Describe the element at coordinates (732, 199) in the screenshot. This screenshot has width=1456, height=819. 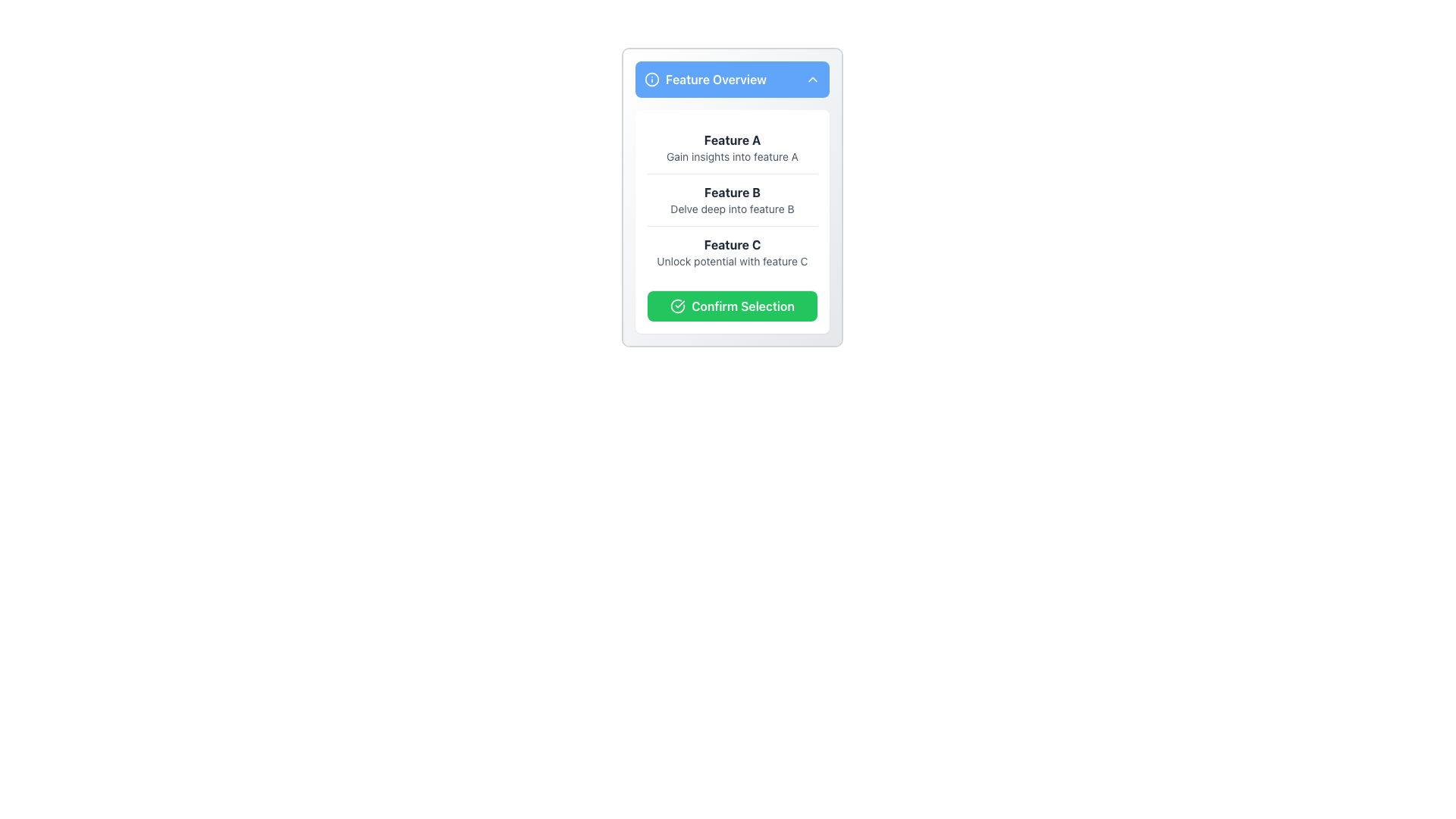
I see `text block titled 'Feature B' with the description 'Delve deep into feature B' located between 'Feature A' and 'Feature C'` at that location.